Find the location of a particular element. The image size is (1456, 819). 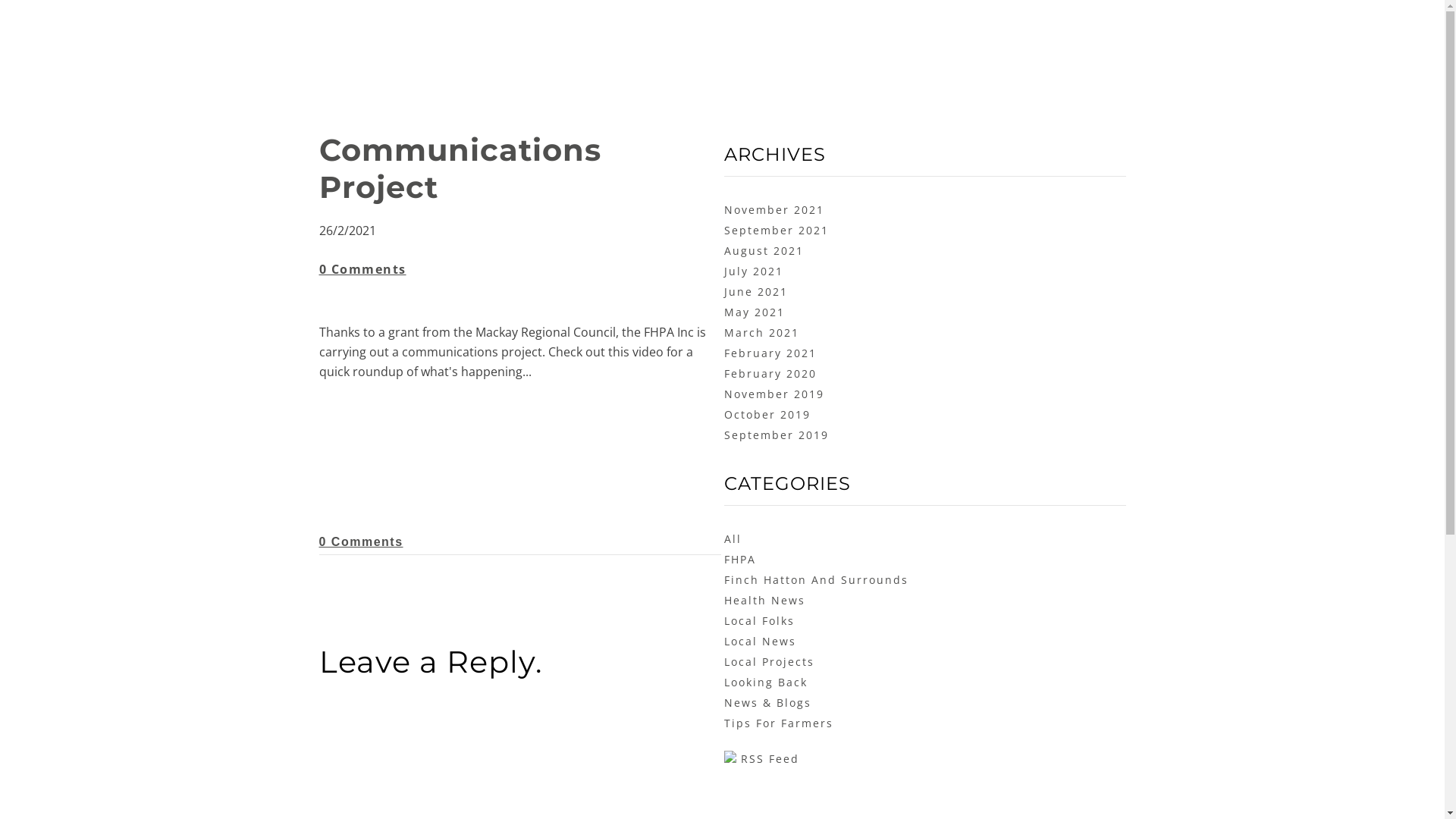

'Local Projects' is located at coordinates (768, 661).